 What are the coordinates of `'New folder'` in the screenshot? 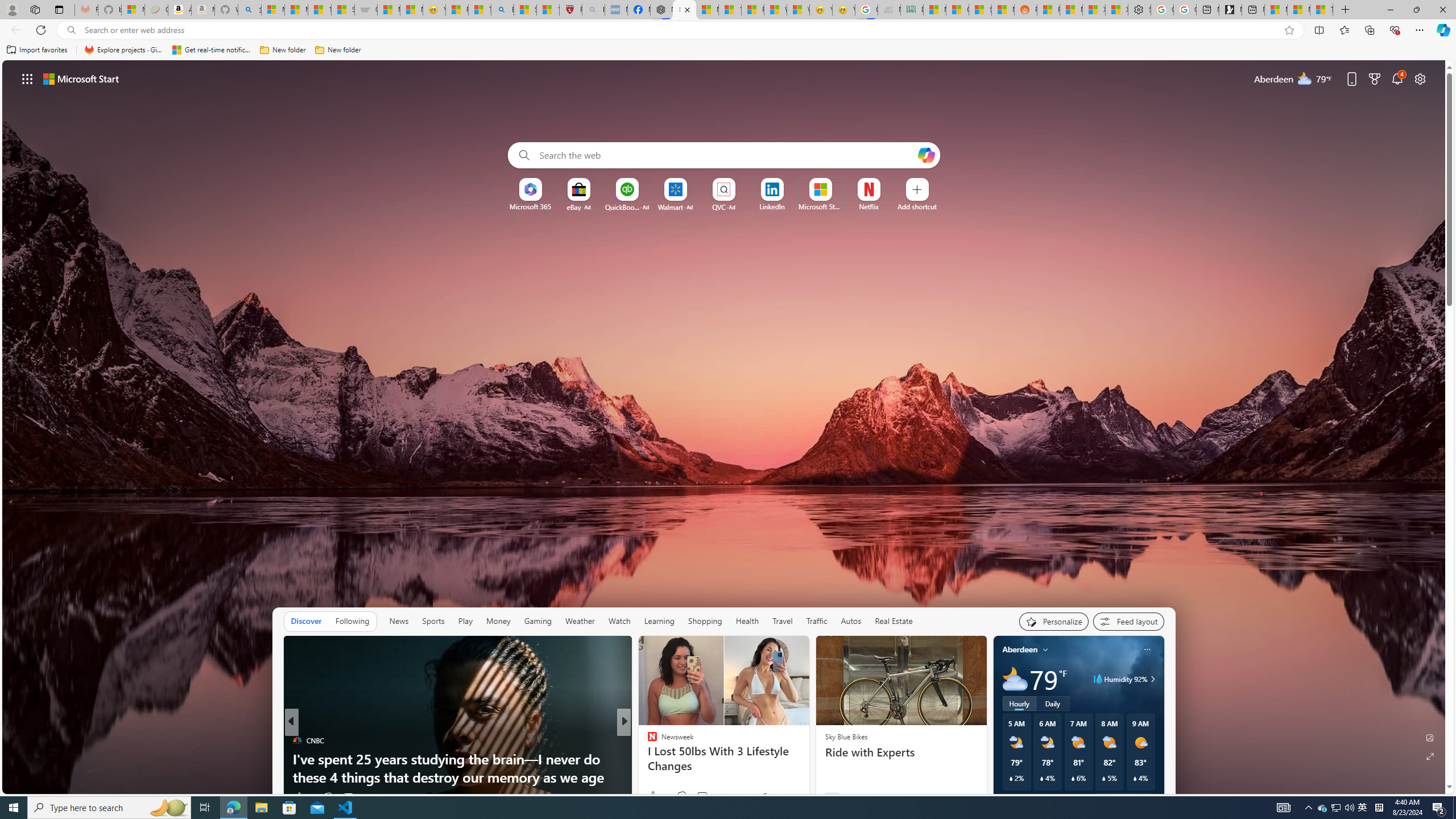 It's located at (337, 49).